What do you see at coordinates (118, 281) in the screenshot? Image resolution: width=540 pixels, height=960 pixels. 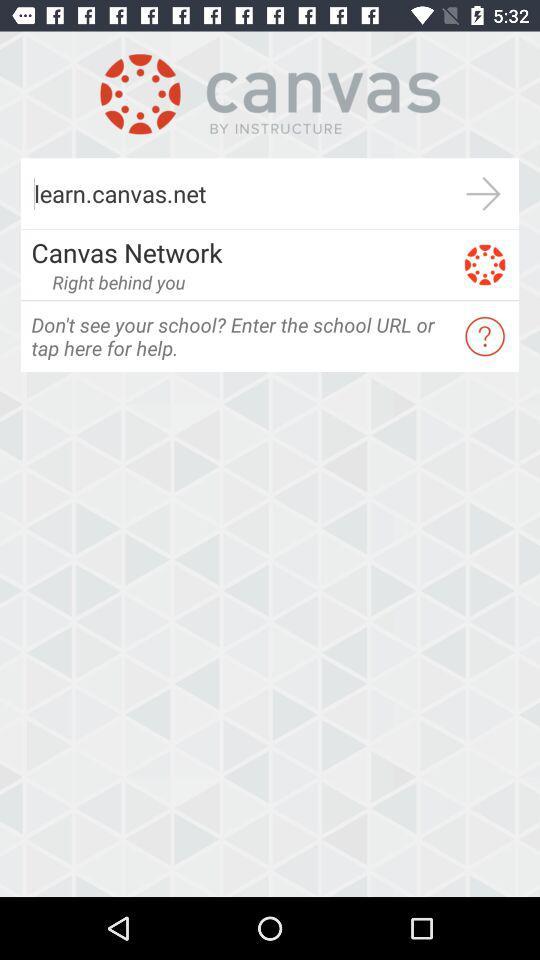 I see `item at the top left corner` at bounding box center [118, 281].